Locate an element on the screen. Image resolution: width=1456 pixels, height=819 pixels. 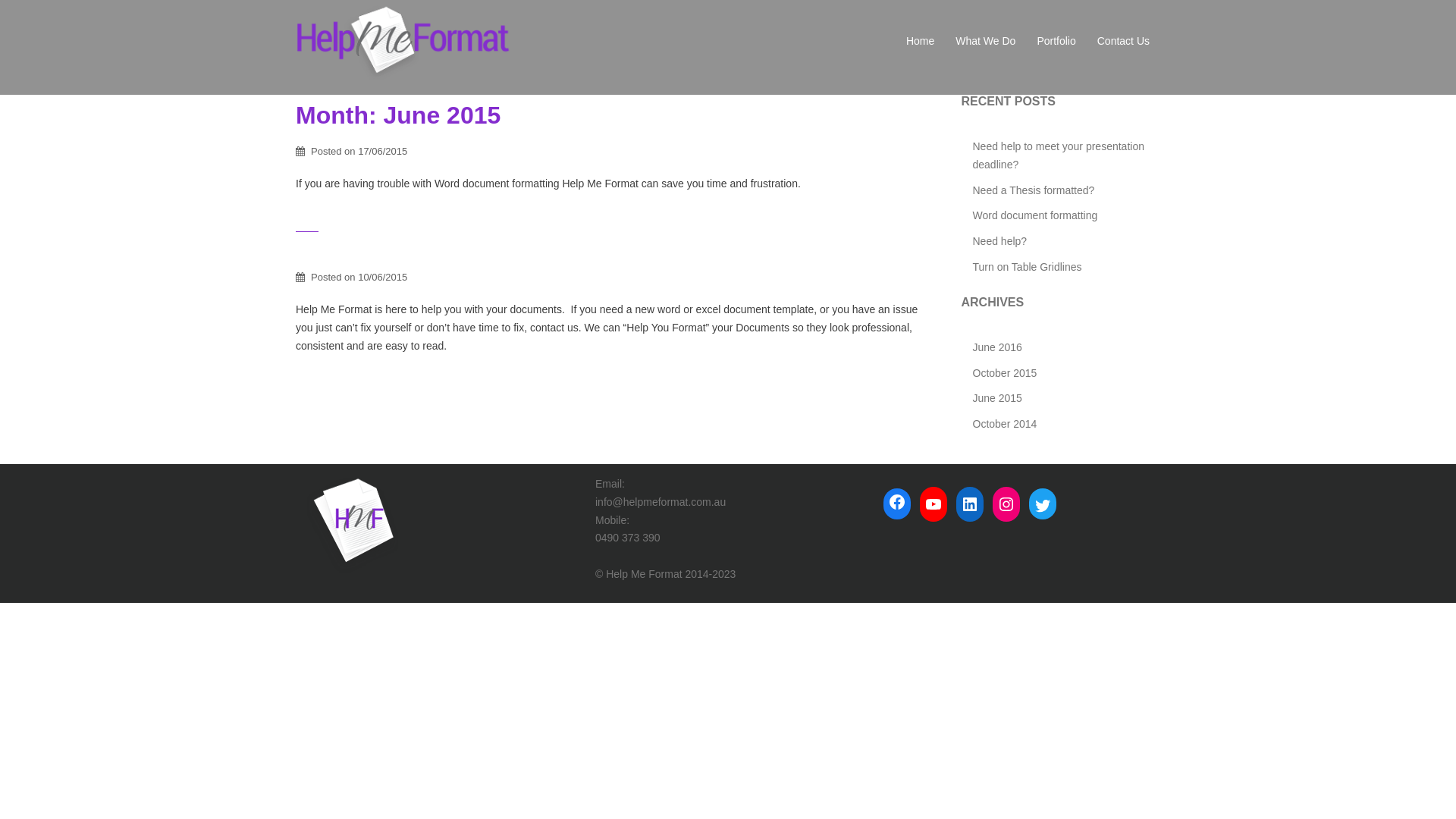
'Contact Us' is located at coordinates (1123, 40).